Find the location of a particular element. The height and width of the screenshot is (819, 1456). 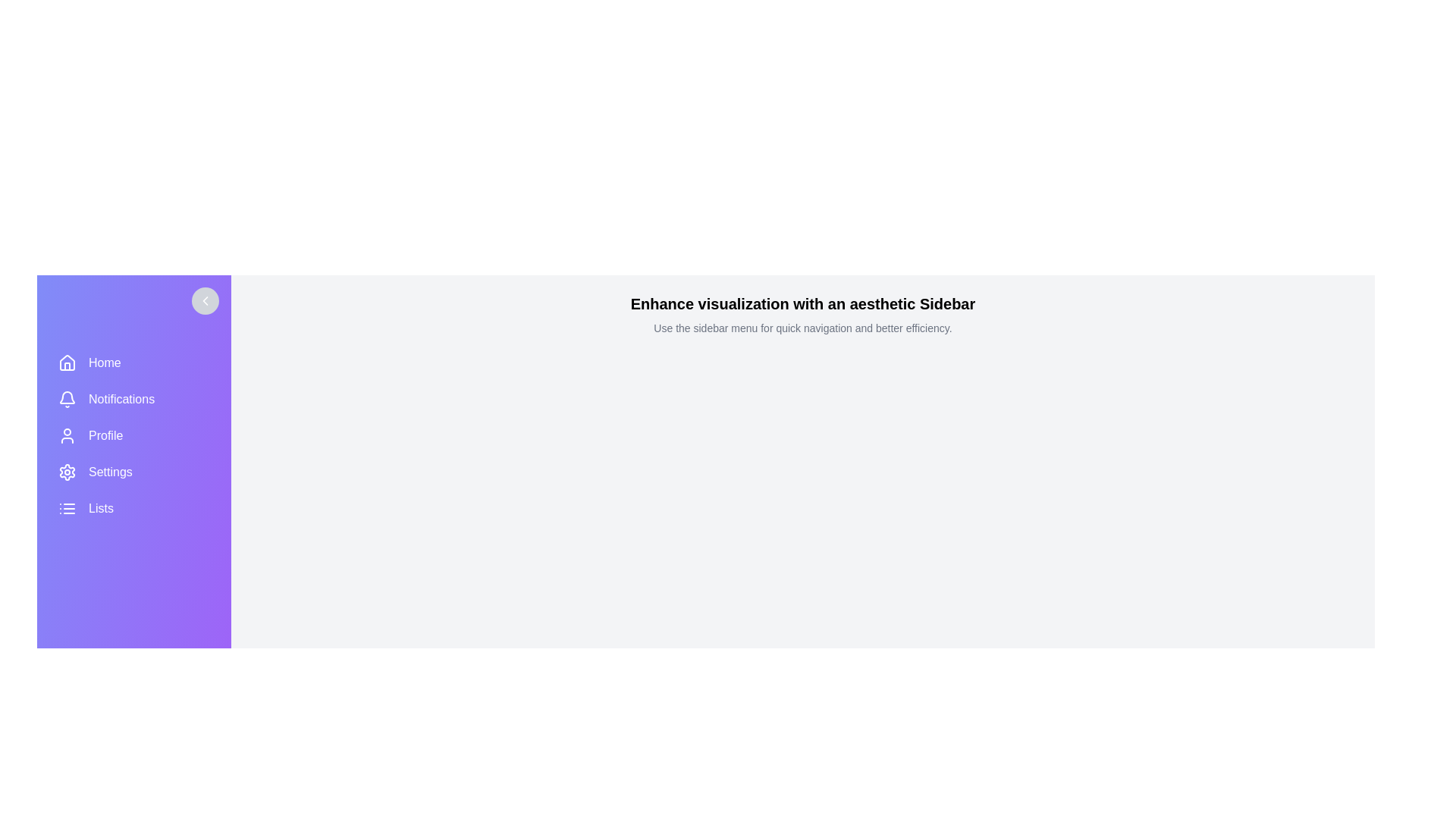

the menu item Home in the sidebar to navigate is located at coordinates (134, 362).